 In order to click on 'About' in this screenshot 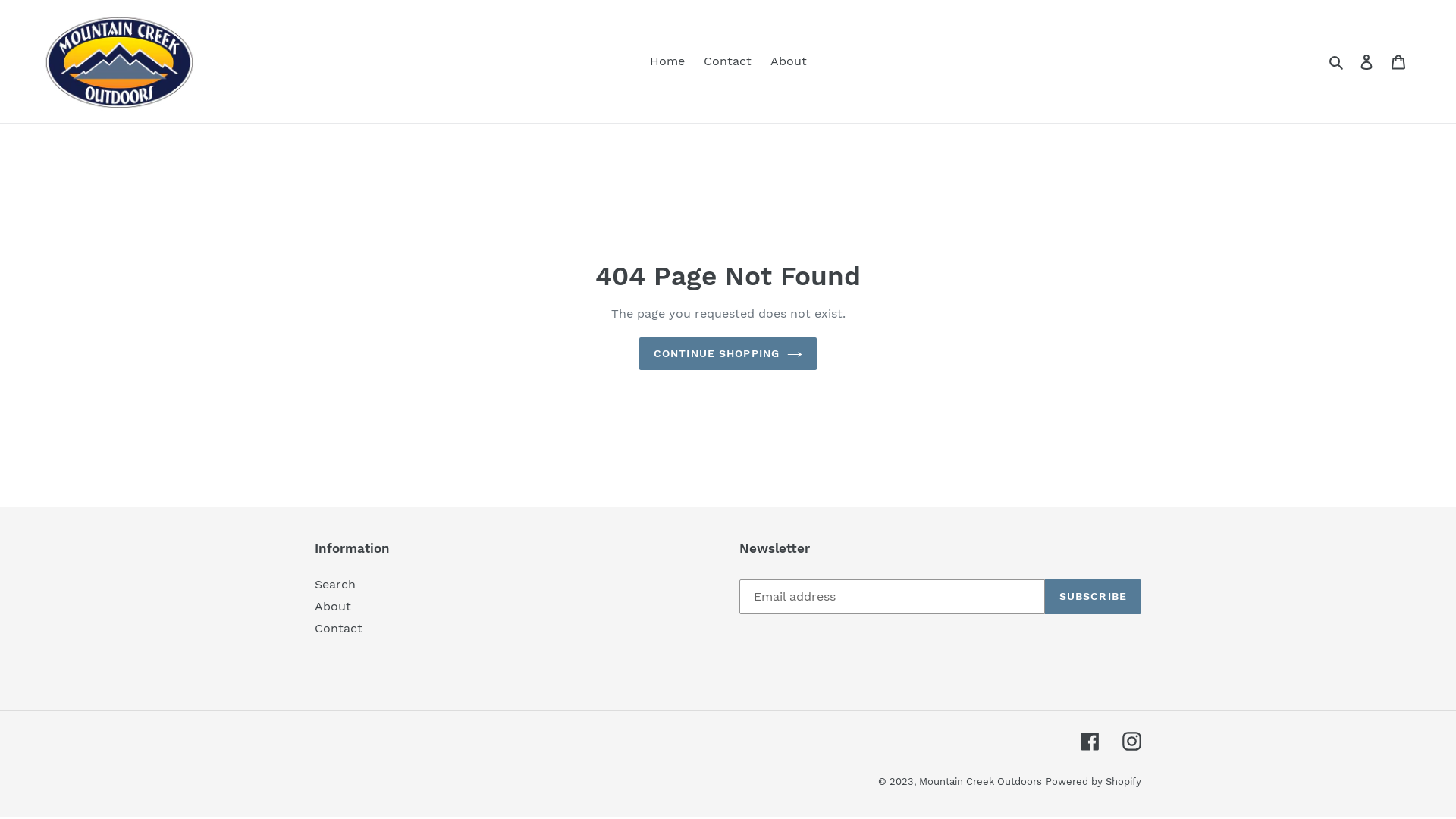, I will do `click(789, 61)`.